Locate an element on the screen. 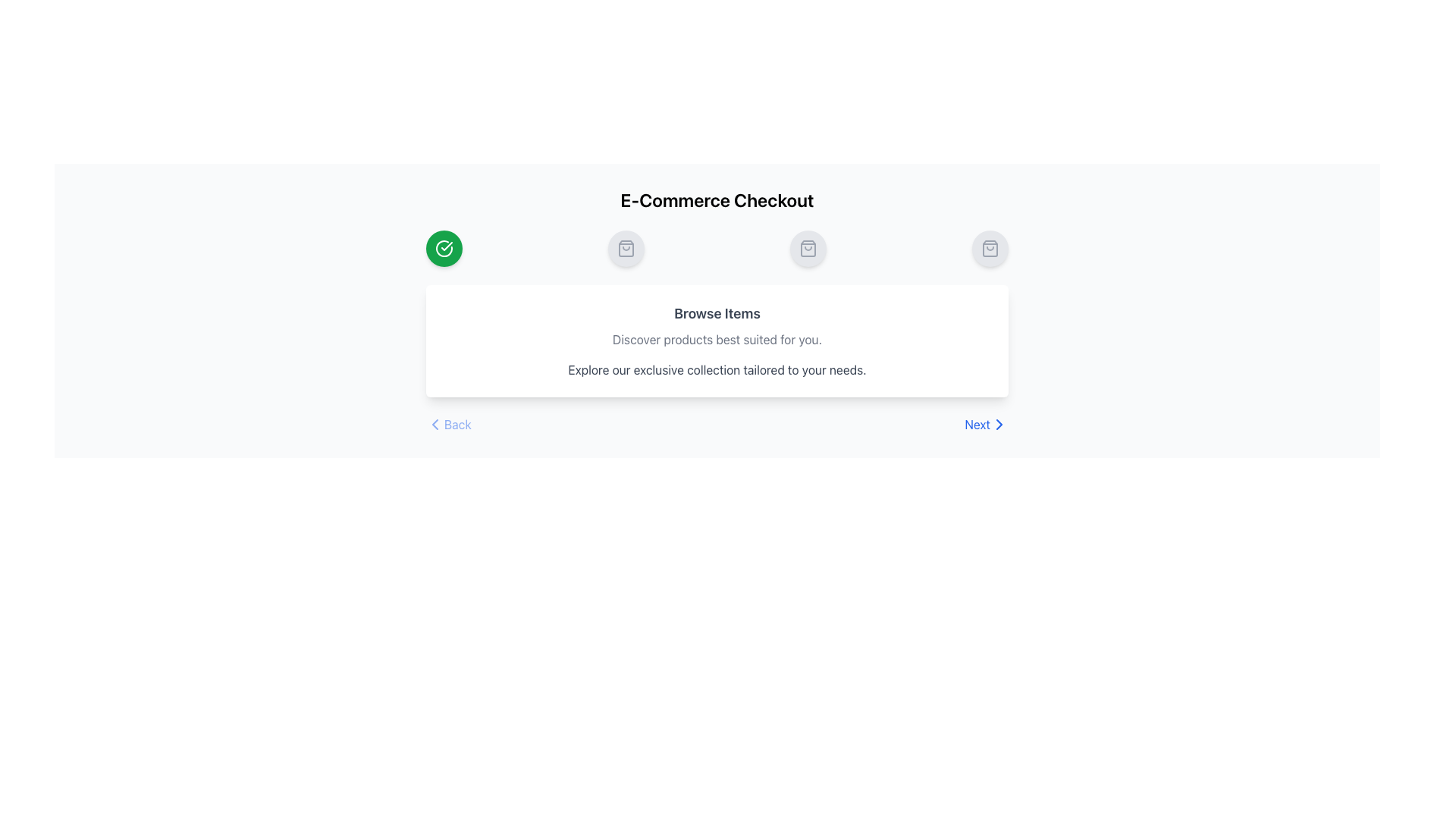 The image size is (1456, 819). the shopping bag icon button located in the top-right section of the UI, positioned above the 'Browse Items' text panel, and is the fourth icon from the left is located at coordinates (990, 247).